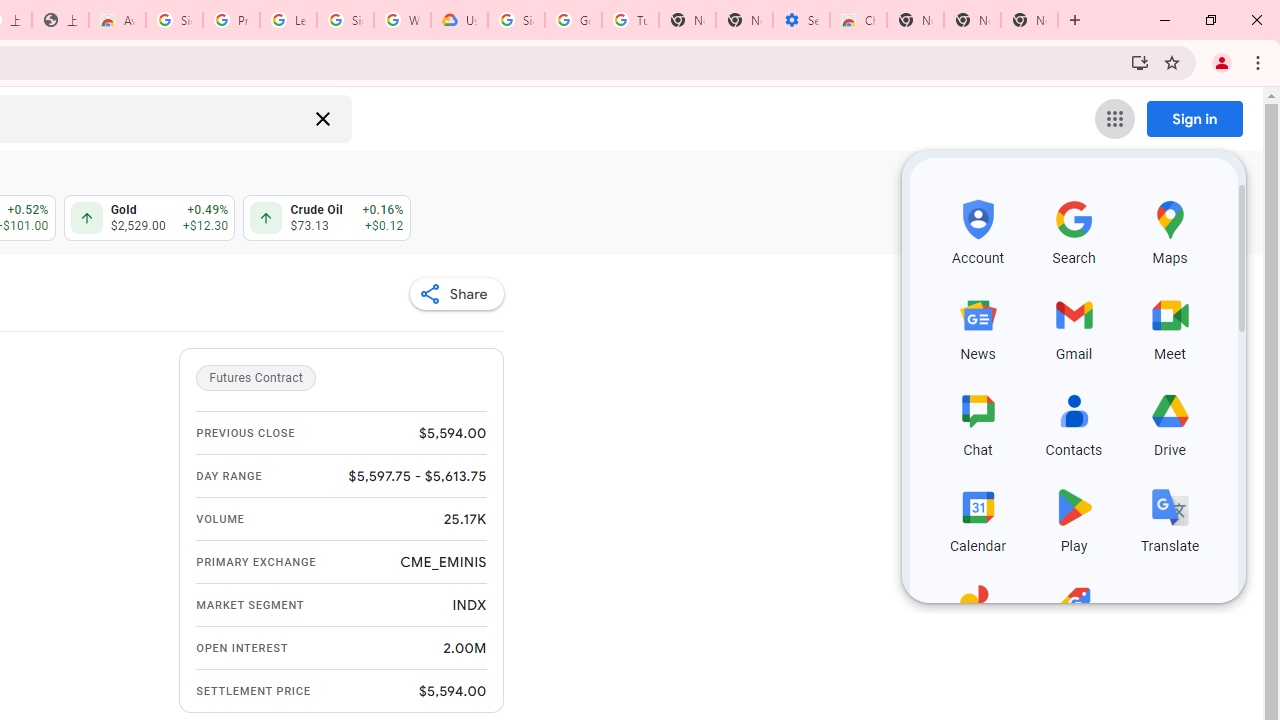 The height and width of the screenshot is (720, 1280). What do you see at coordinates (116, 20) in the screenshot?
I see `'Awesome Screen Recorder & Screenshot - Chrome Web Store'` at bounding box center [116, 20].